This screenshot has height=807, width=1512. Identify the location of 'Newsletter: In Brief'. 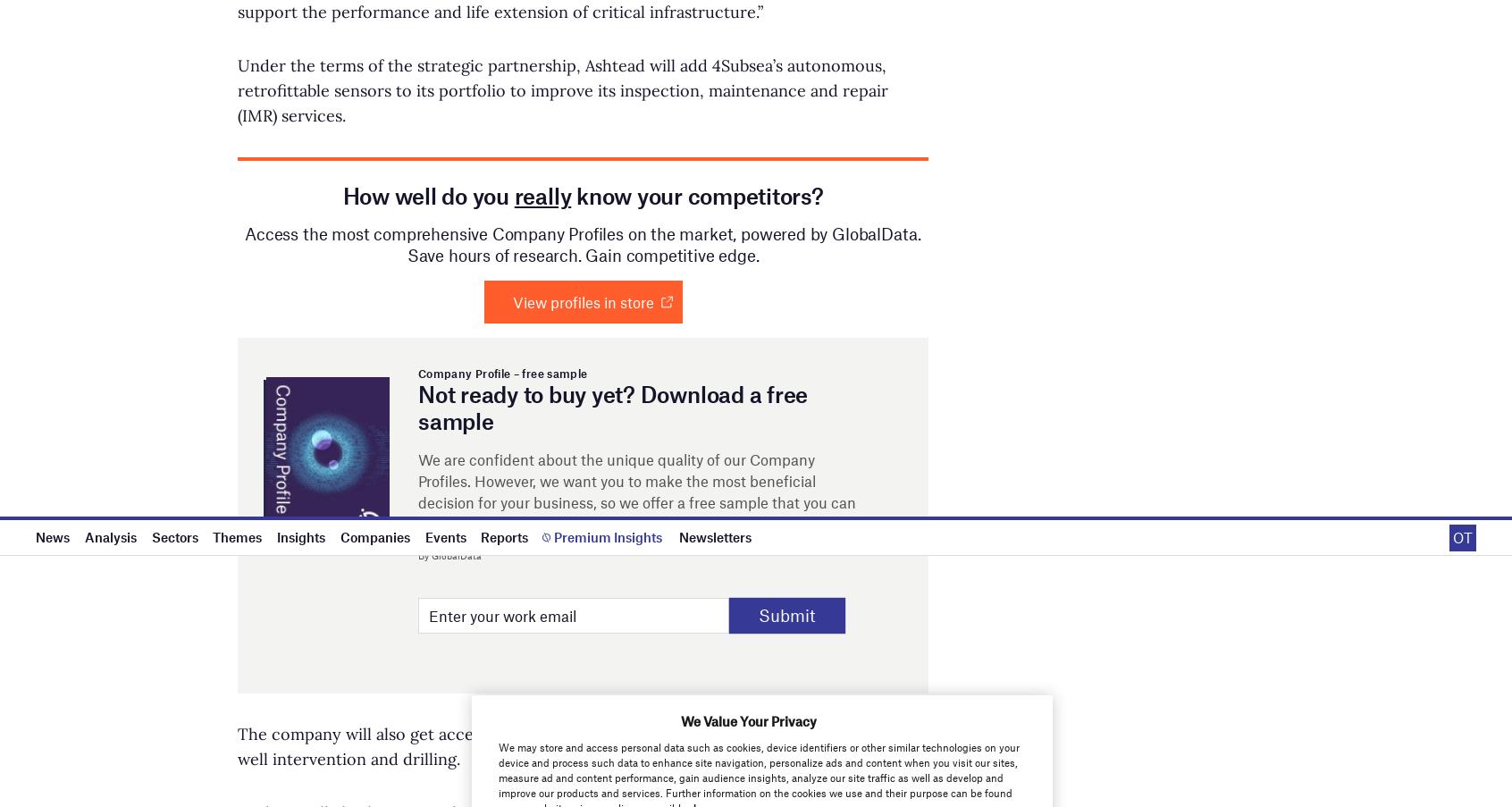
(526, 424).